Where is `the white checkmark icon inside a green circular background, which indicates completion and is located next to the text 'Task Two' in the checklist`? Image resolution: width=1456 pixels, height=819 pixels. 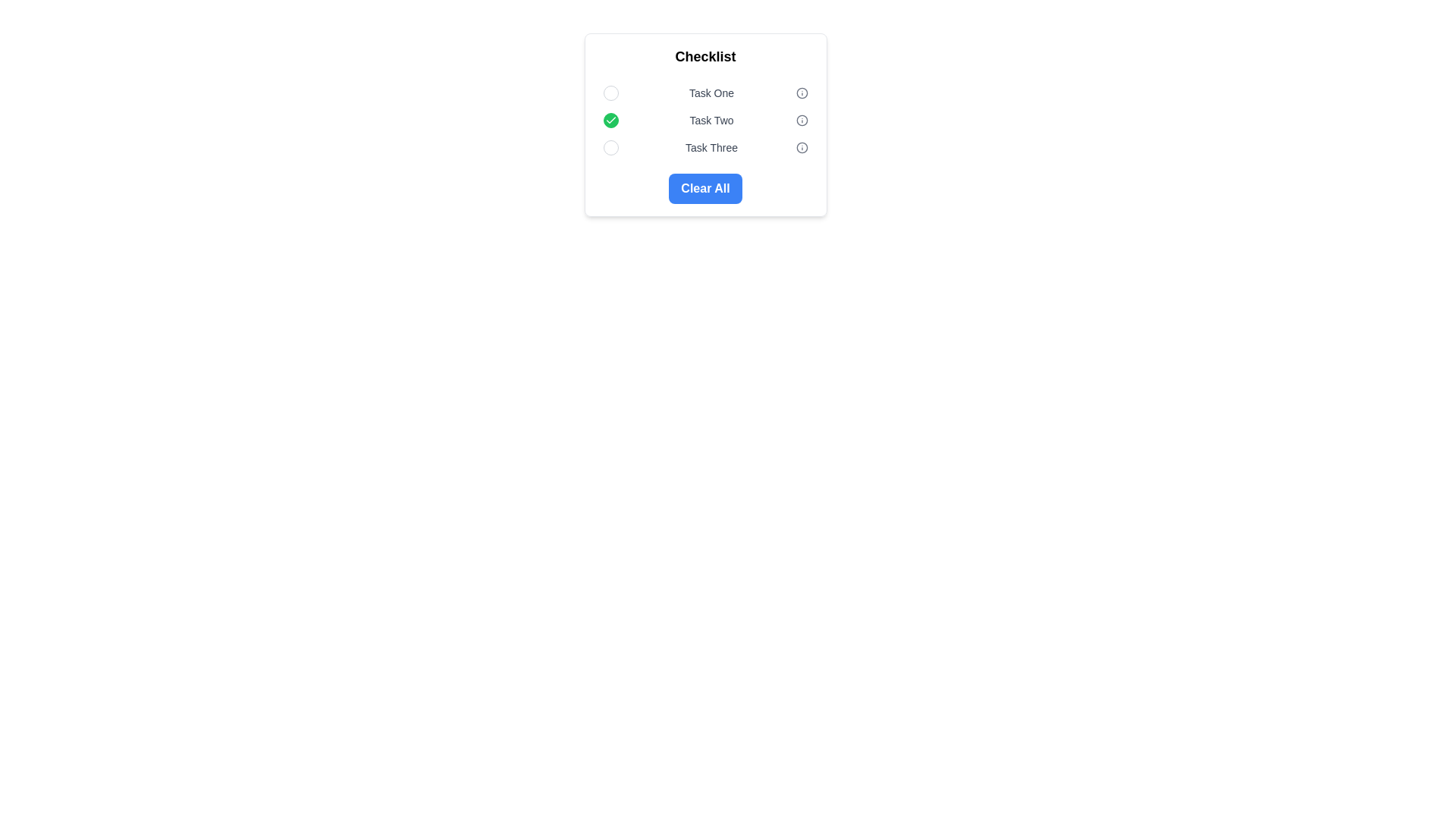
the white checkmark icon inside a green circular background, which indicates completion and is located next to the text 'Task Two' in the checklist is located at coordinates (610, 119).